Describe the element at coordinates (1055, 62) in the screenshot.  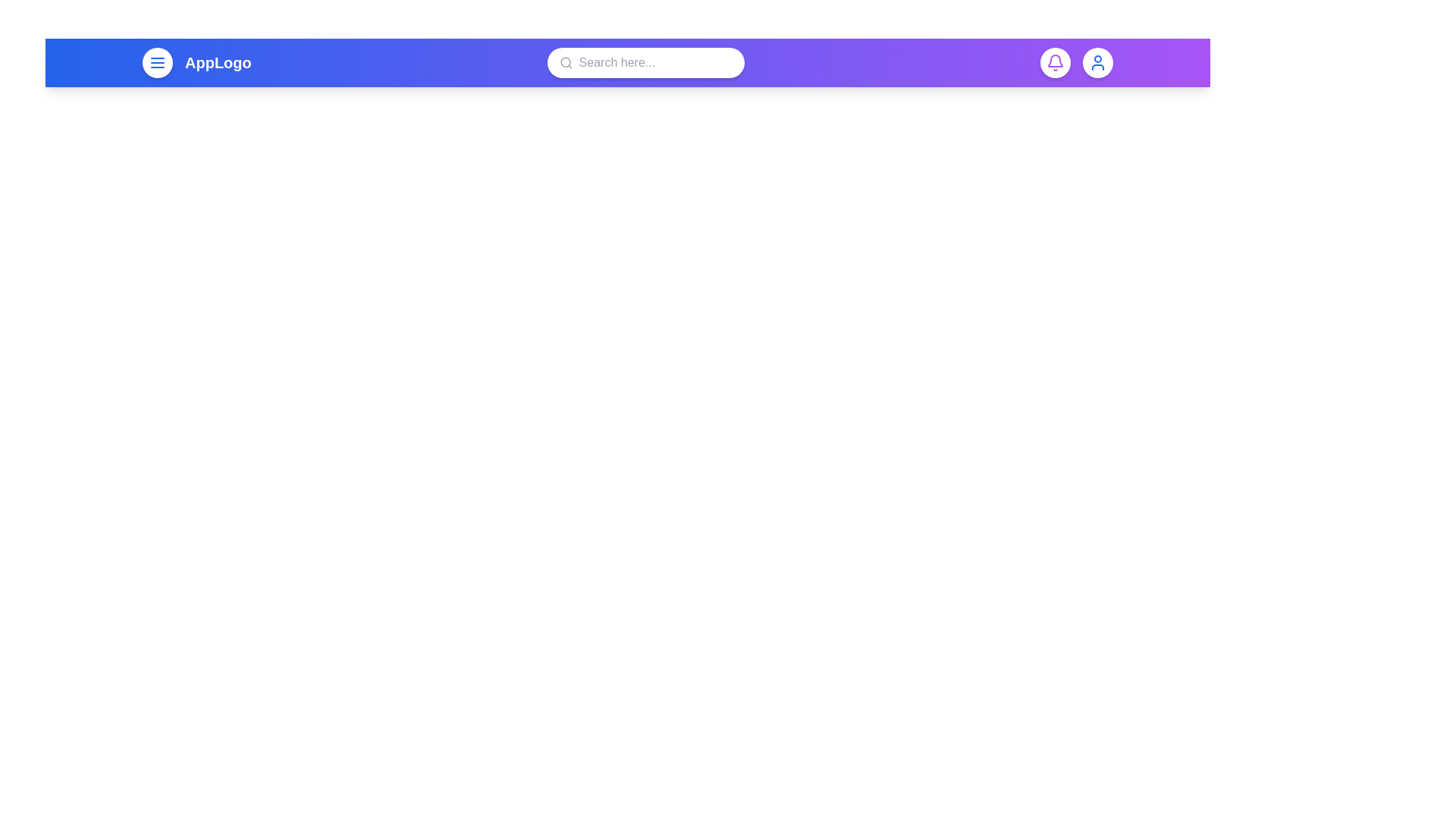
I see `the bell icon to view notifications` at that location.